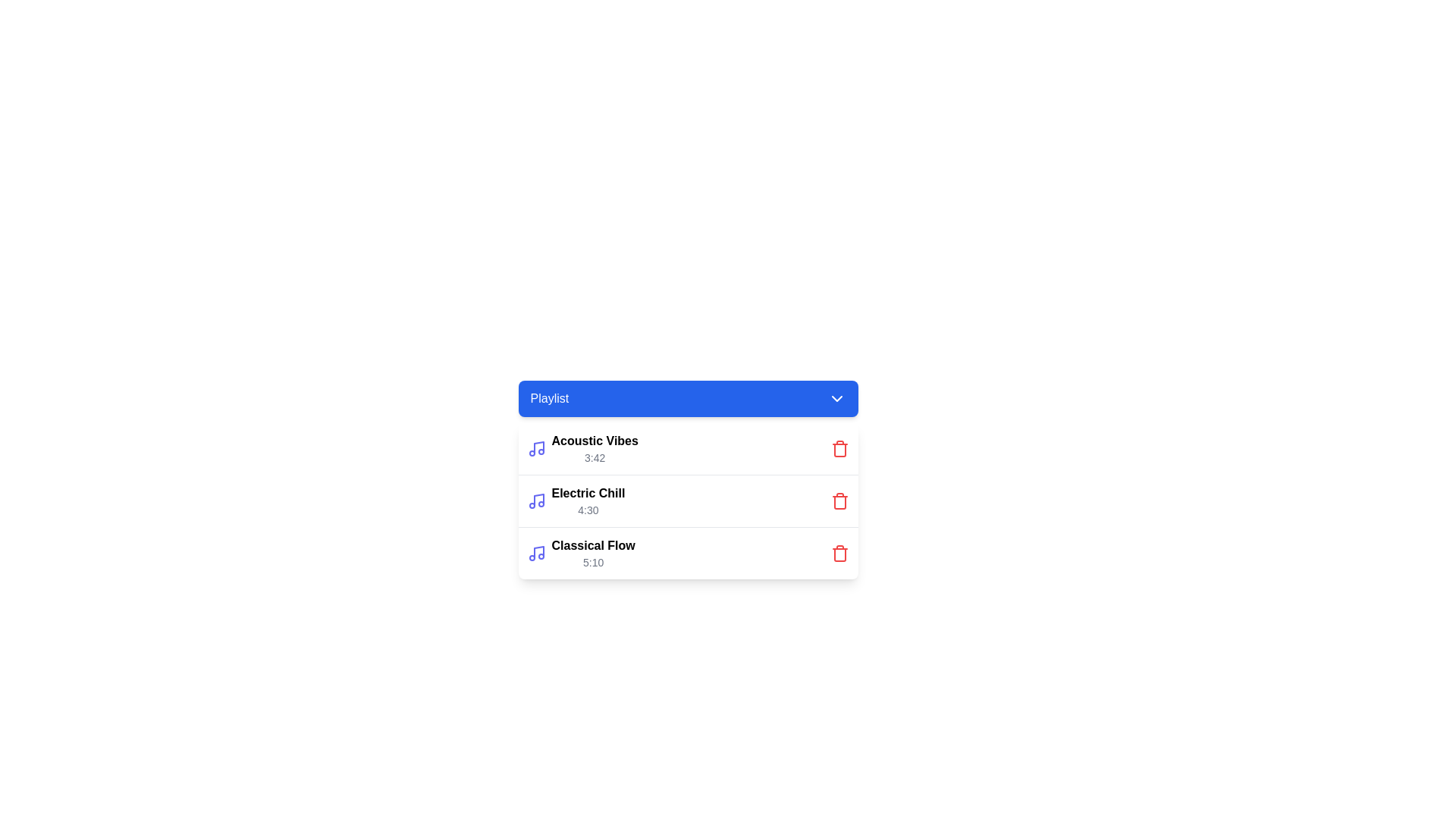 Image resolution: width=1456 pixels, height=819 pixels. I want to click on the third music track in the playlist, so click(580, 553).